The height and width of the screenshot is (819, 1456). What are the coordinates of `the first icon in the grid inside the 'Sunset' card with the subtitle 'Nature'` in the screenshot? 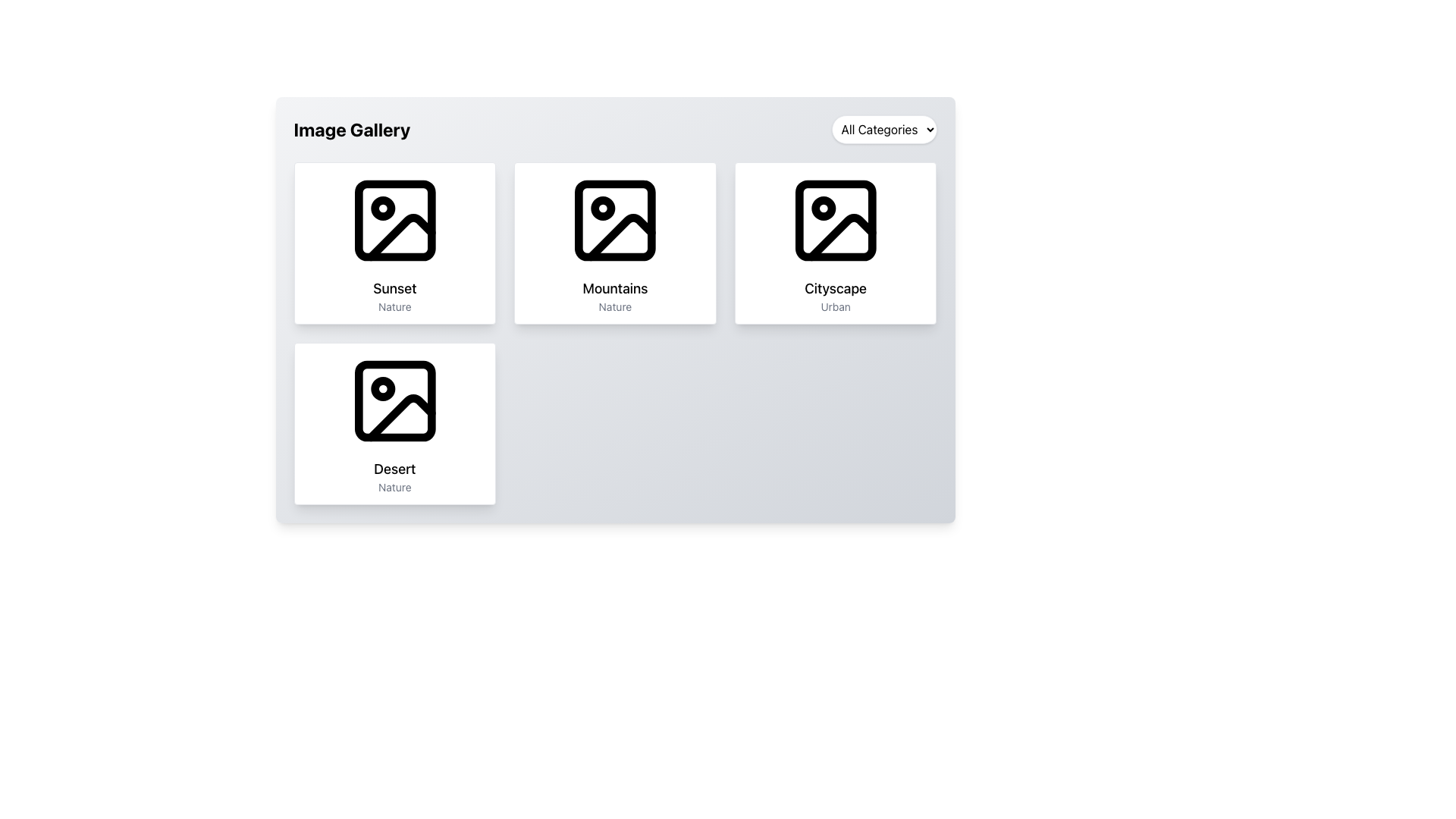 It's located at (394, 220).